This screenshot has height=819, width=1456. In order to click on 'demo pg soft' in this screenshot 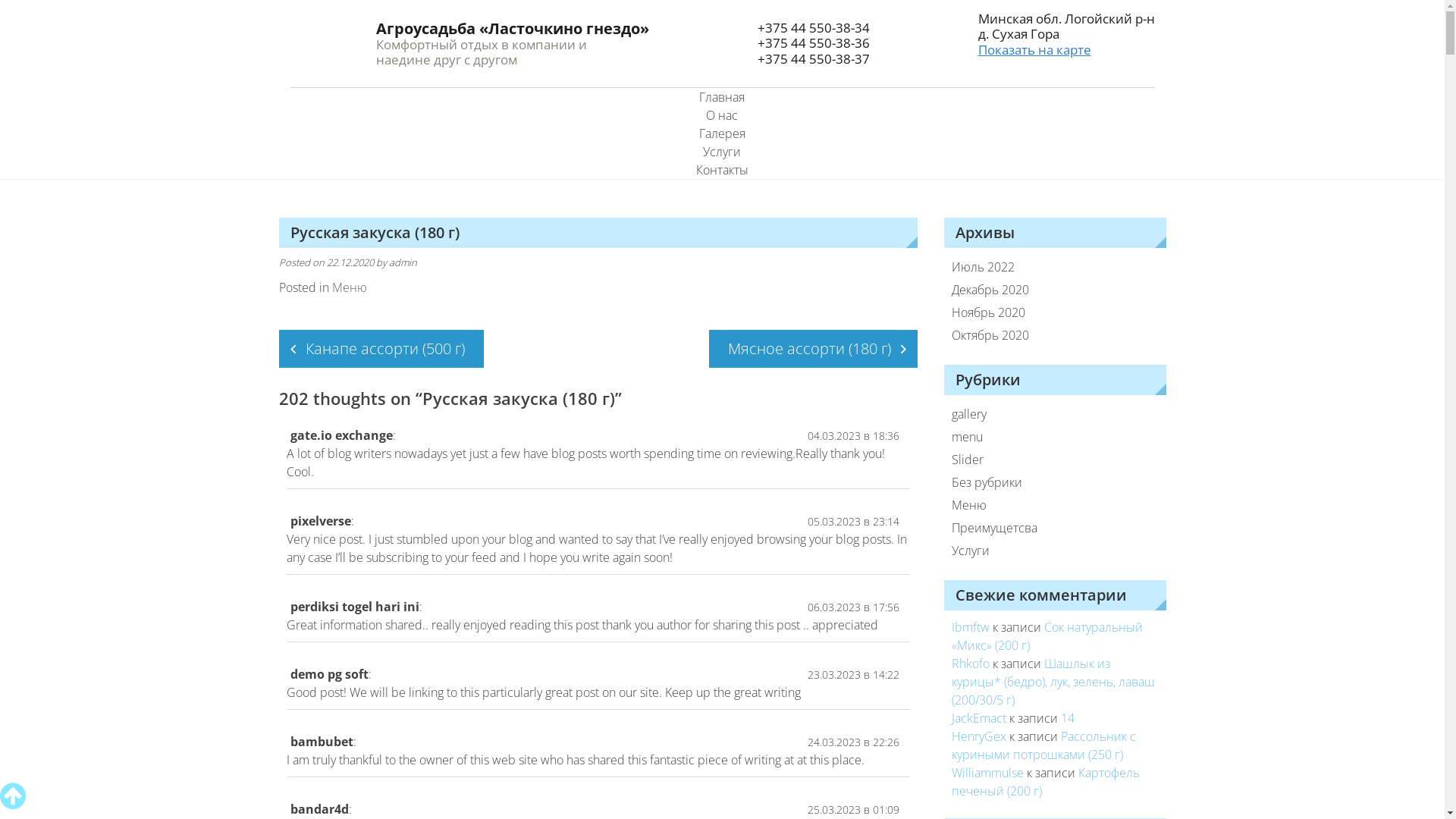, I will do `click(328, 673)`.